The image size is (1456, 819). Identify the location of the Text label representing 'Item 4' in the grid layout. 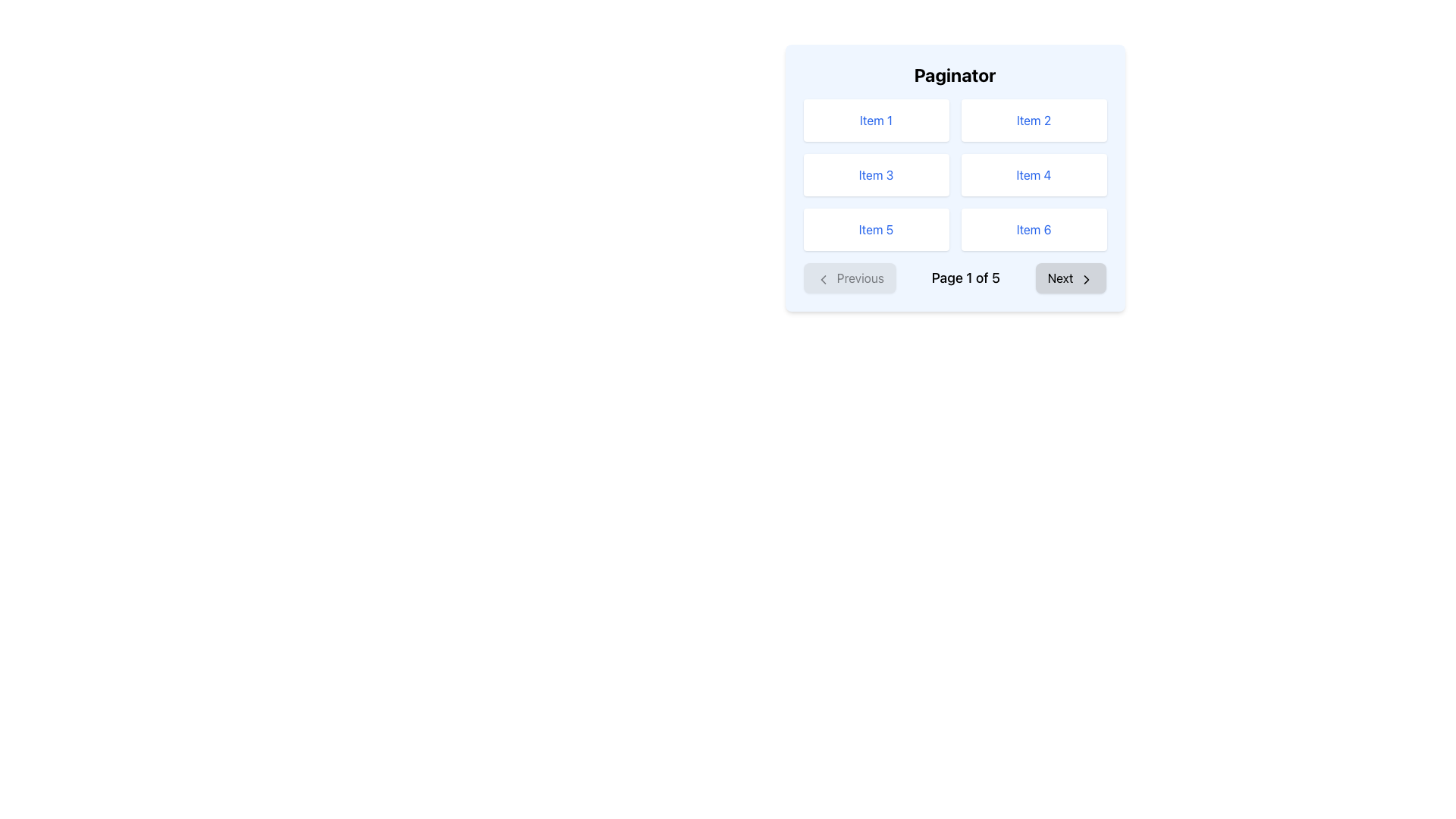
(1033, 174).